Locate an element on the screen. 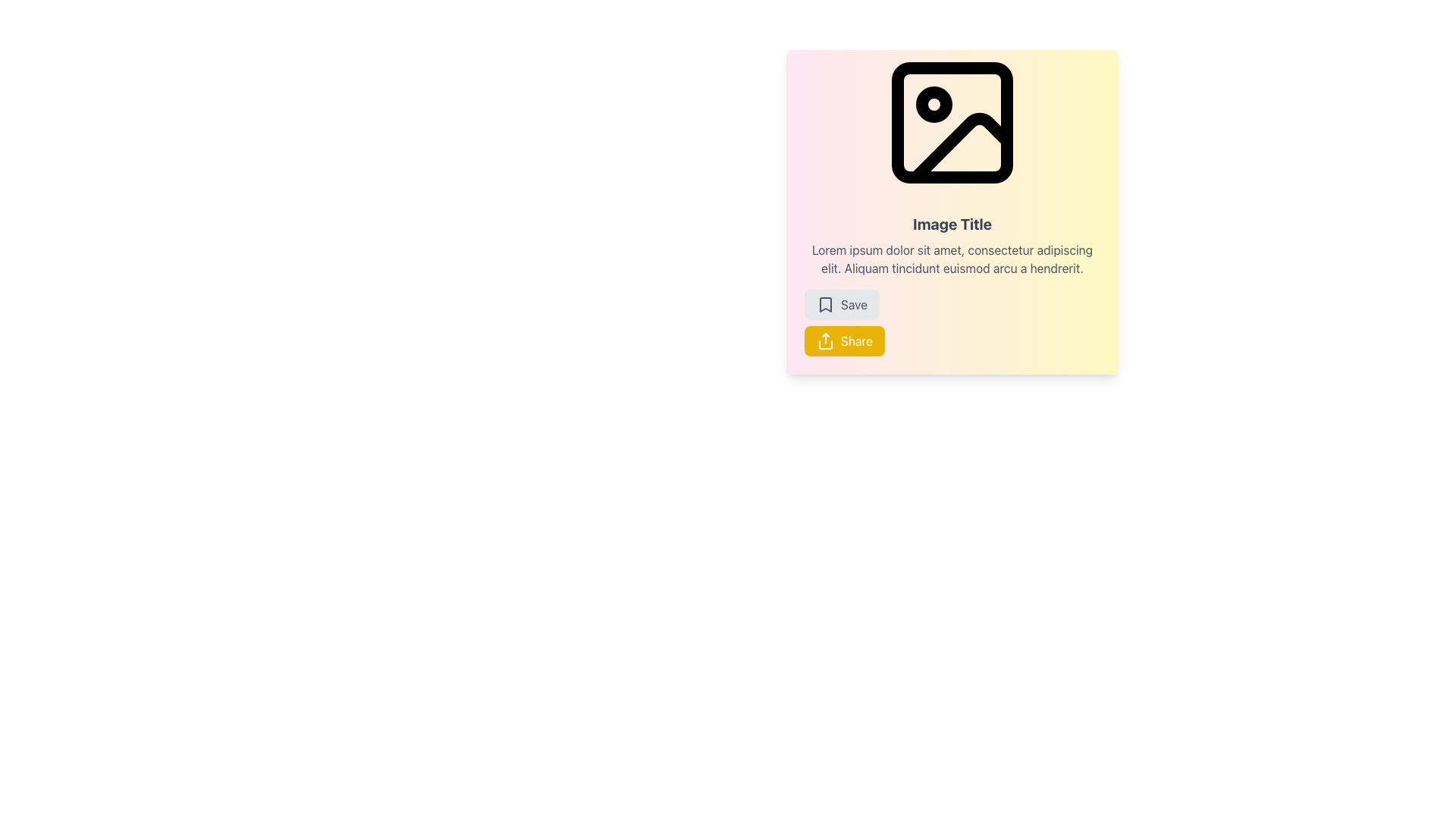  the share icon element, which is represented by an upward arrow on a yellow background, located inside the 'Share' button in the bottom-right corner of the card layout is located at coordinates (825, 341).